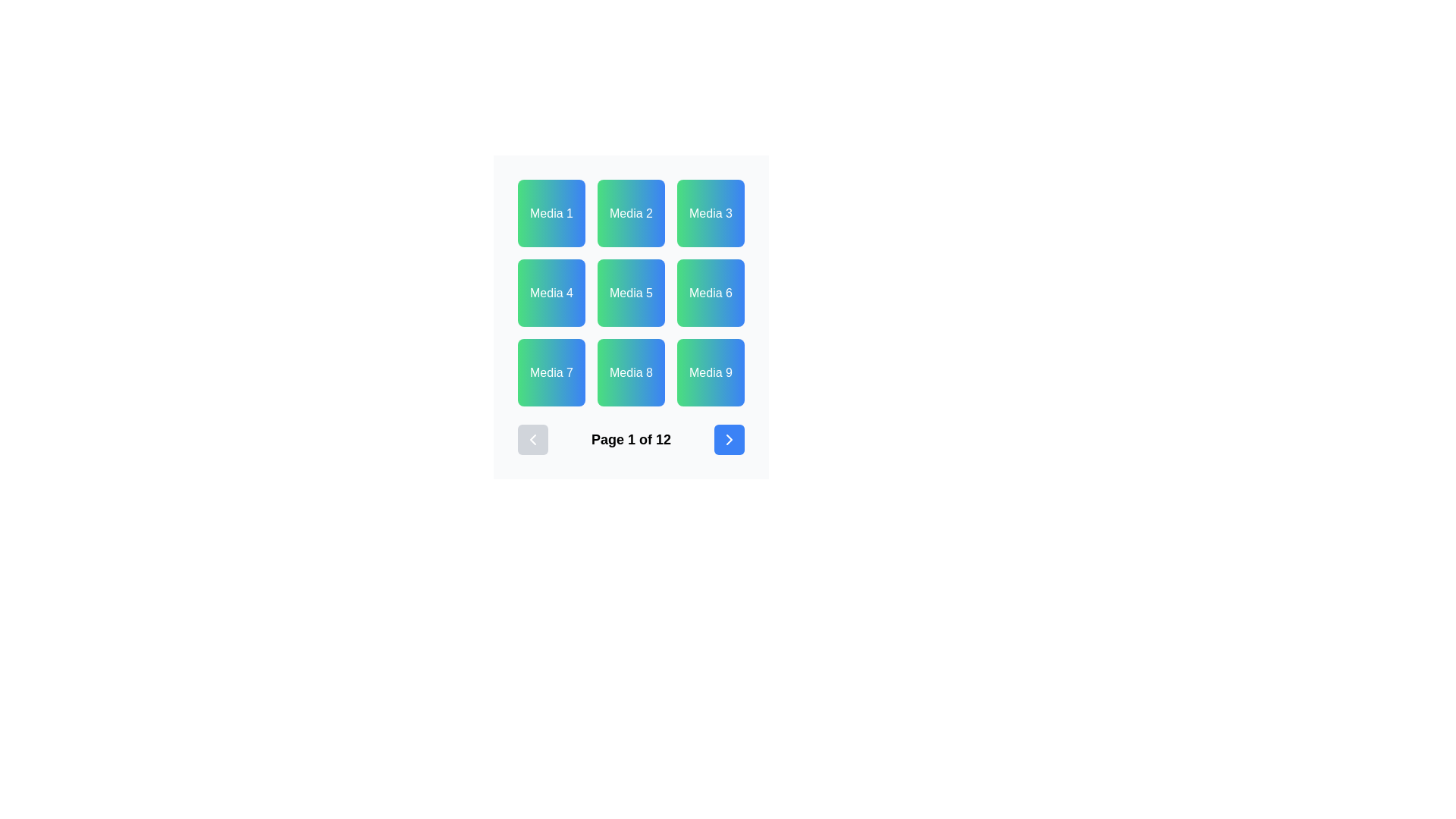  Describe the element at coordinates (631, 439) in the screenshot. I see `the label displaying 'Page 1 of 12', which is located in the center-bottom part of the interface, part of a navigation bar below a grid of media items` at that location.